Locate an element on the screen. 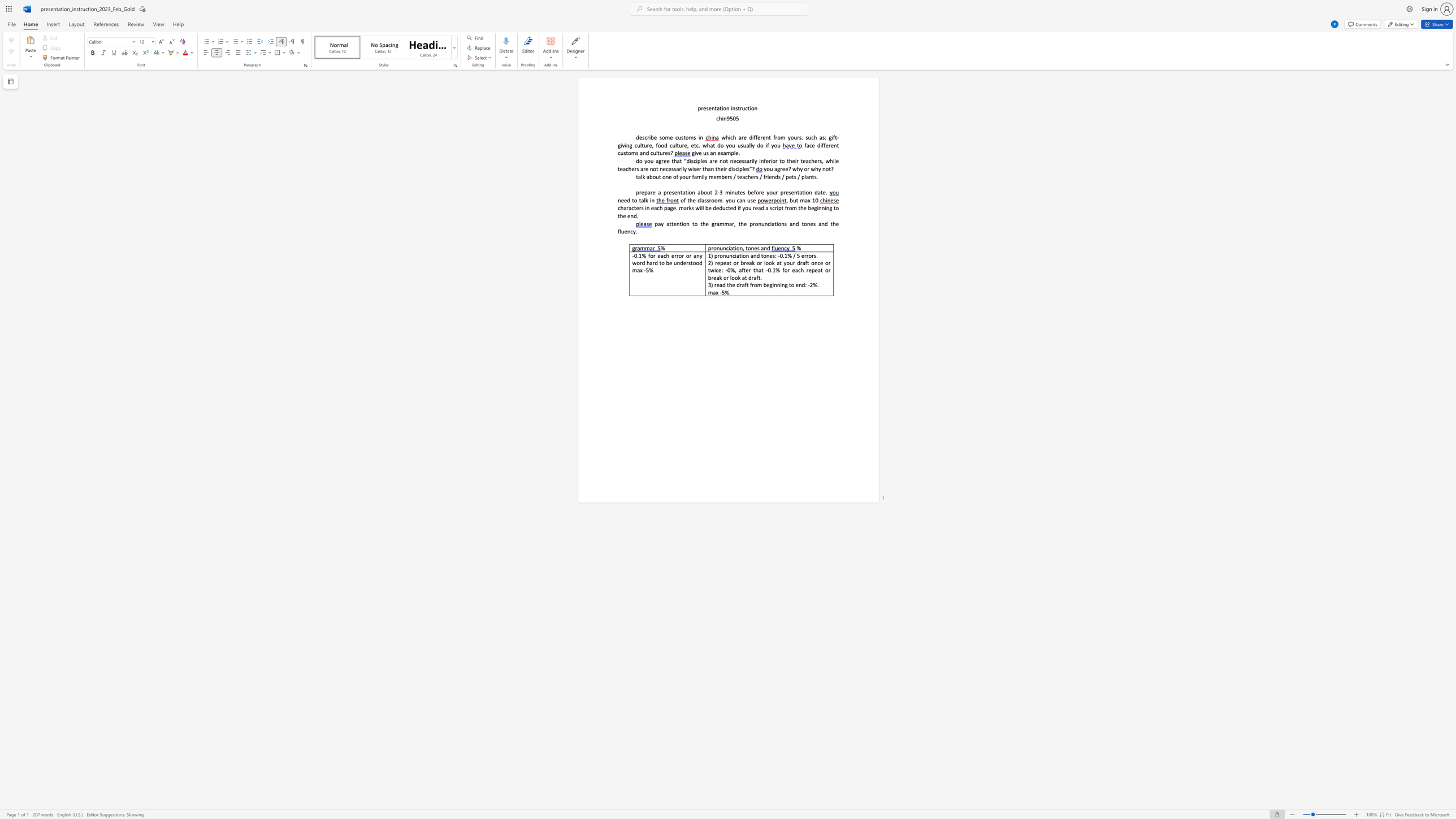 This screenshot has height=819, width=1456. the subset text "rom the begi" within the text "characters in each page. marks will be deducted if you read a script from the beginning to the end." is located at coordinates (786, 207).